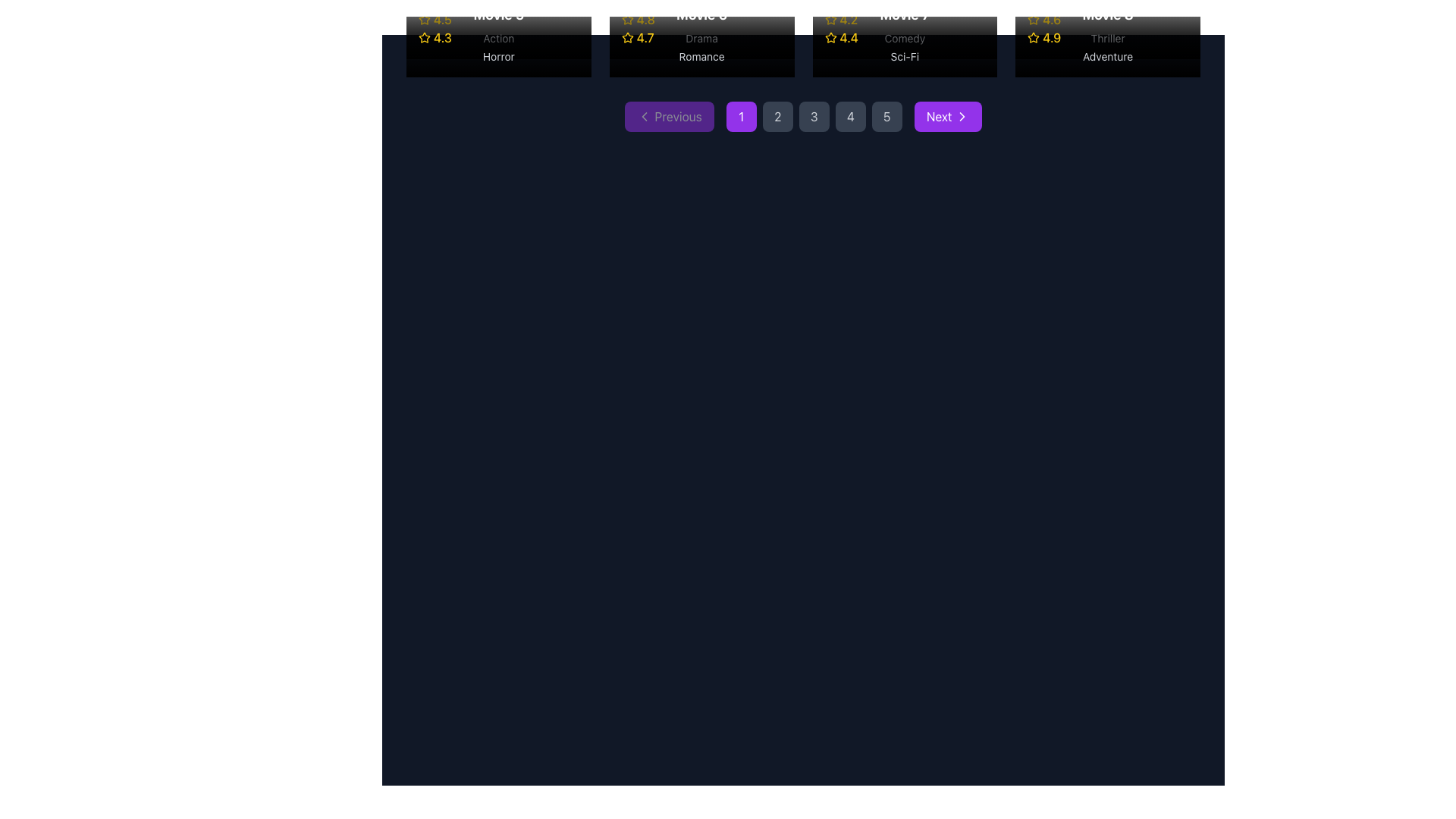 The image size is (1456, 819). What do you see at coordinates (498, 55) in the screenshot?
I see `the text label displaying 'Horror', which is in a small gray font and located below the 'Action' text within the movie information section` at bounding box center [498, 55].